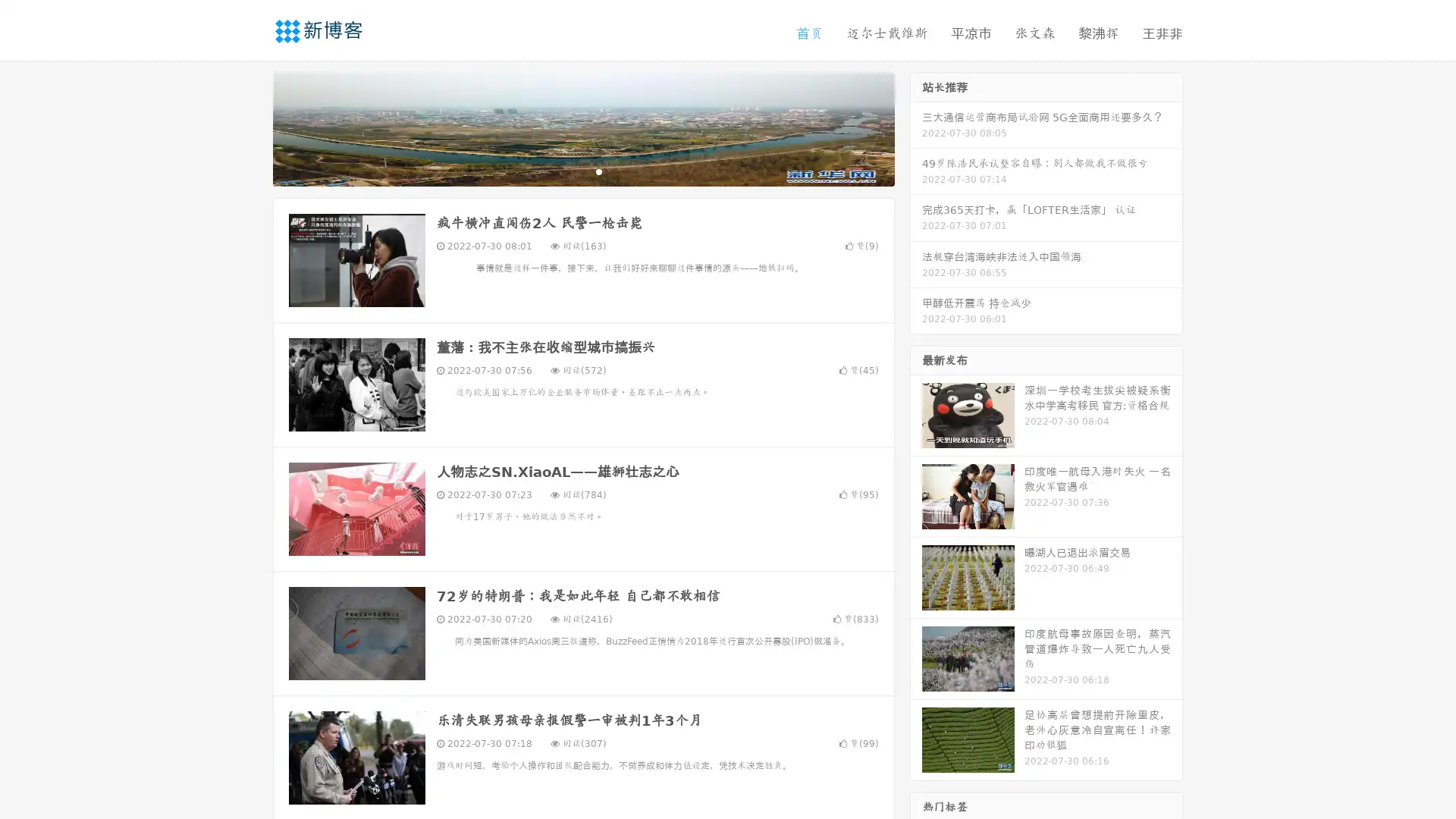  Describe the element at coordinates (598, 171) in the screenshot. I see `Go to slide 3` at that location.